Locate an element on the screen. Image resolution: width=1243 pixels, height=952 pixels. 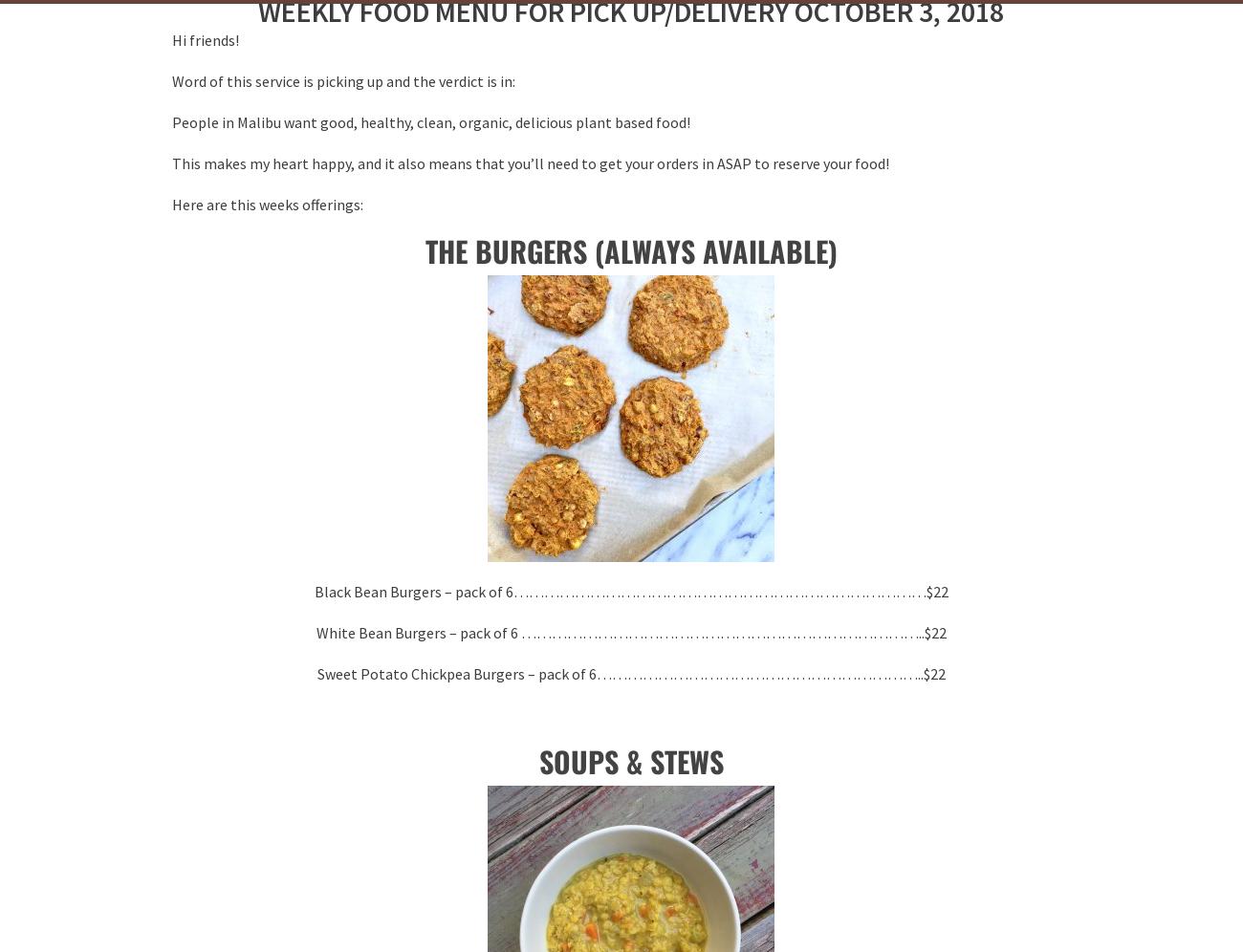
'Black Bean Burgers – pack of 6………………………………………………………………………$22' is located at coordinates (629, 592).